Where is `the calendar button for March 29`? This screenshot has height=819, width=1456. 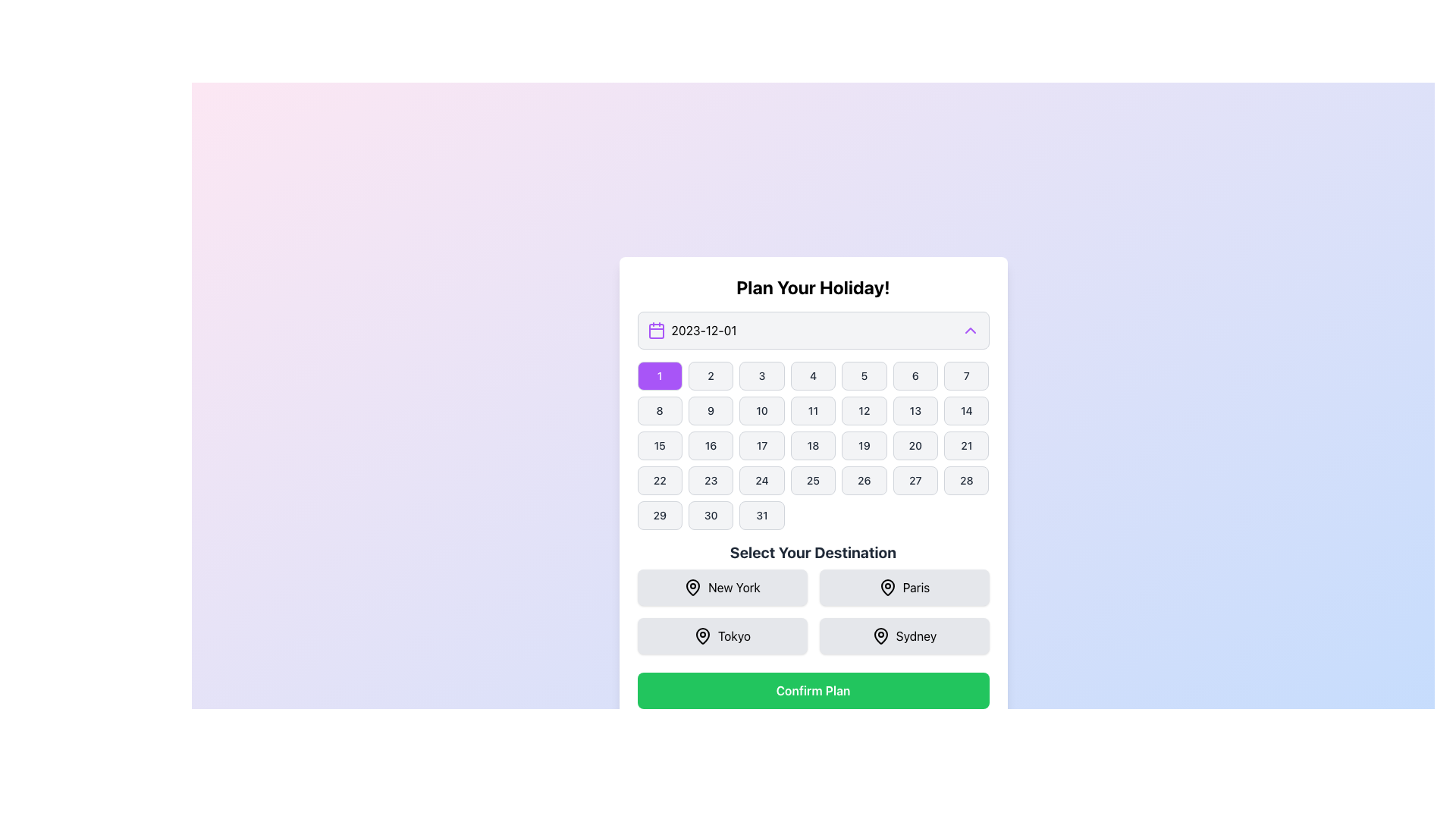
the calendar button for March 29 is located at coordinates (660, 514).